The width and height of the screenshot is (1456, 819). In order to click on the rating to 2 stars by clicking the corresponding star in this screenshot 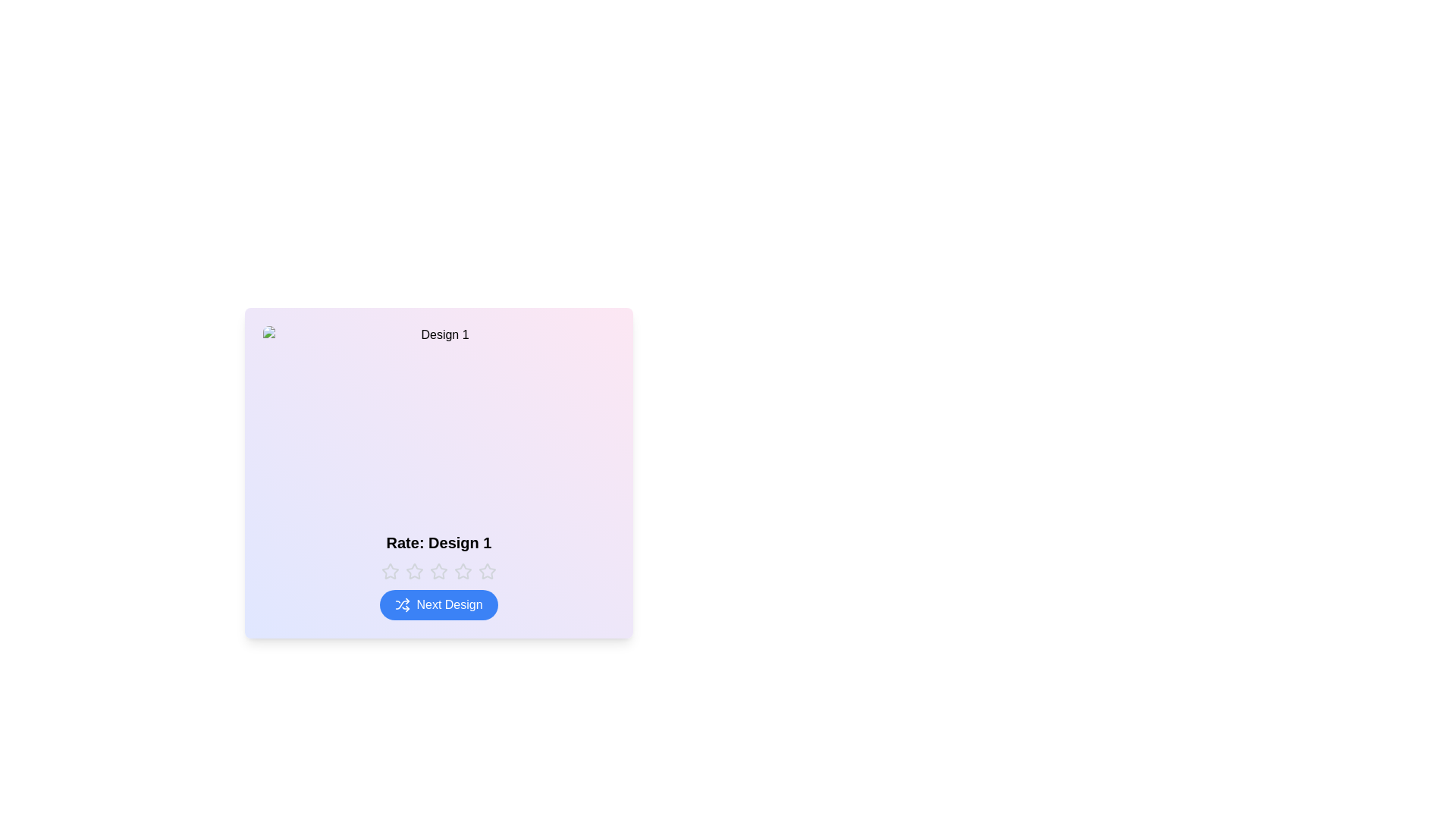, I will do `click(415, 571)`.